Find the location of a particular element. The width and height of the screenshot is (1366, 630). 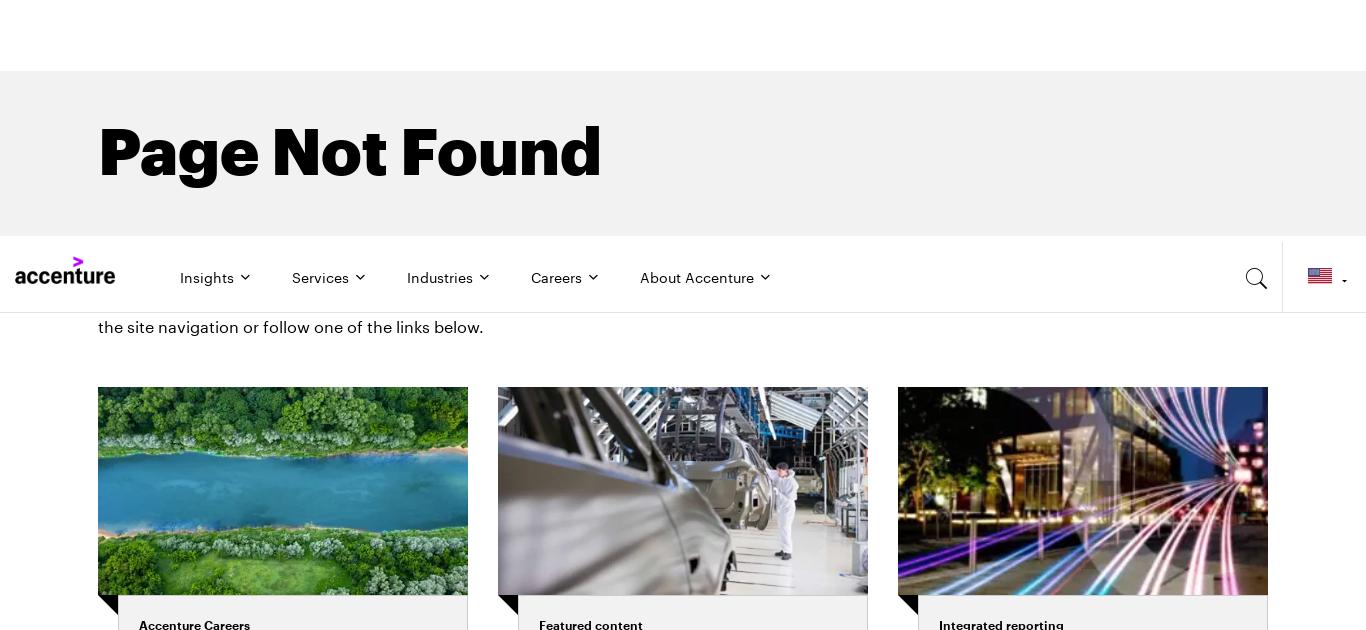

'Accenture careers' is located at coordinates (255, 428).